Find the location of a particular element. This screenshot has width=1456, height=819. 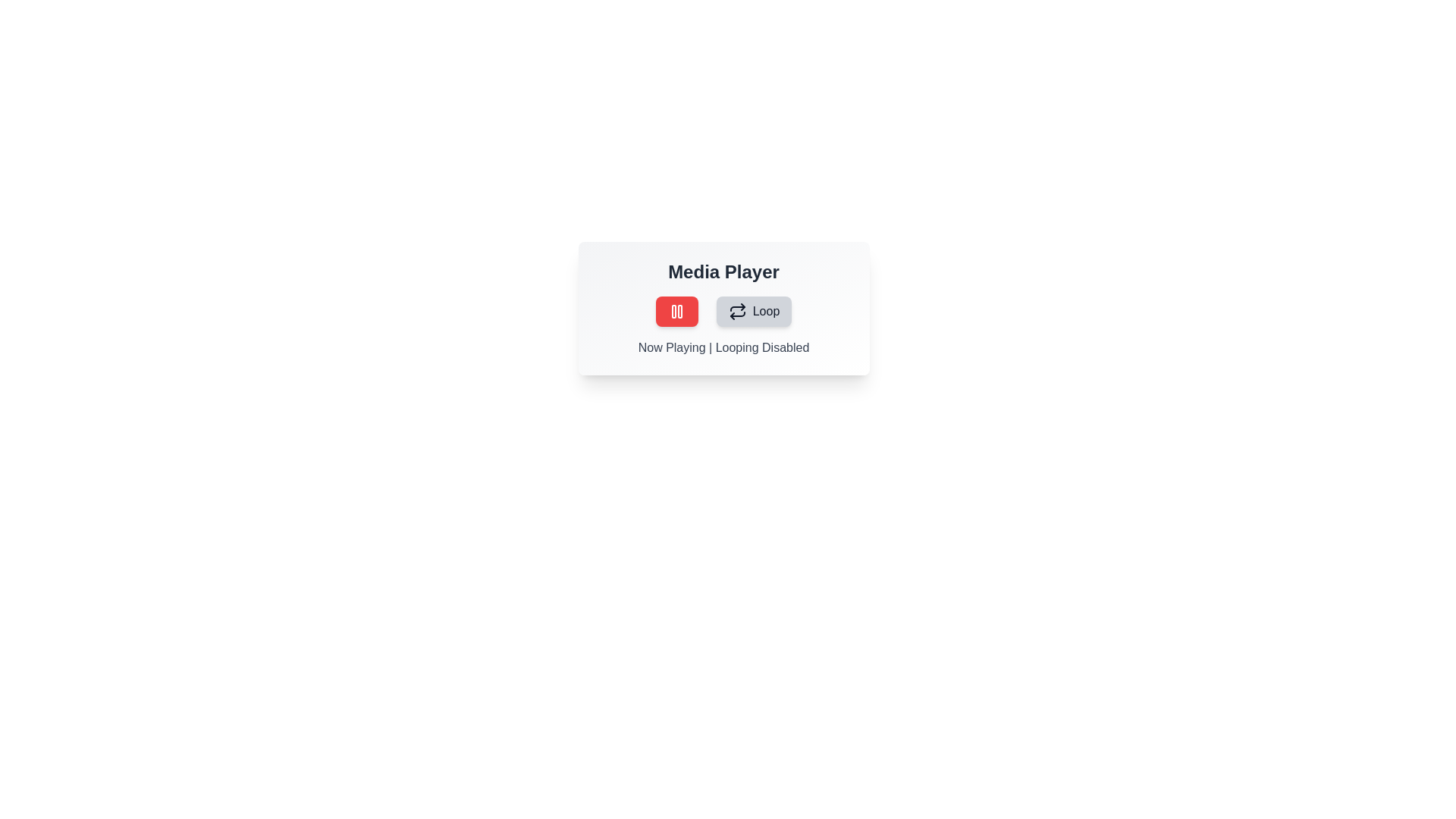

the loop_button of the MediaControlToggle component is located at coordinates (754, 311).